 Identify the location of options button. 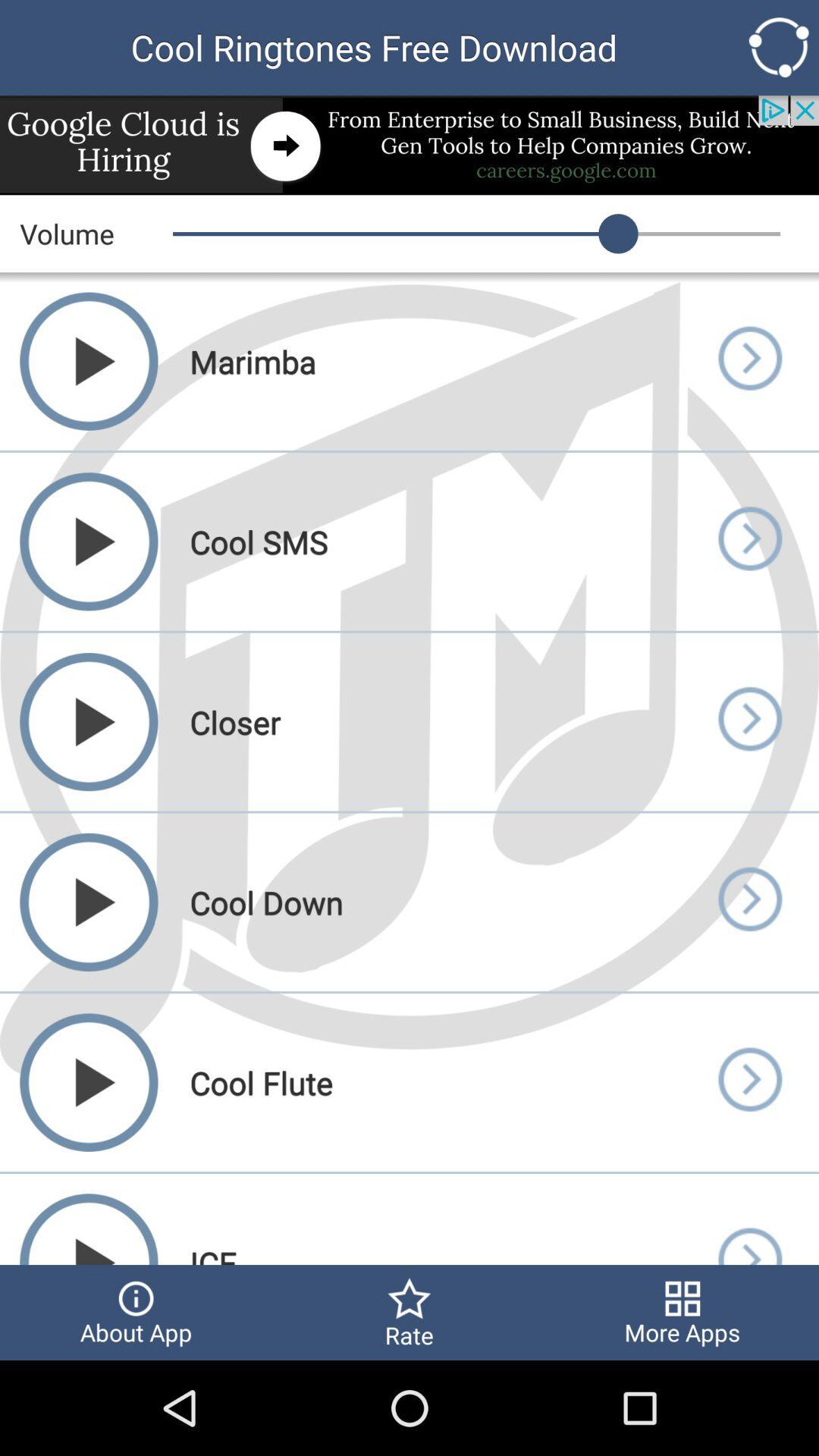
(779, 47).